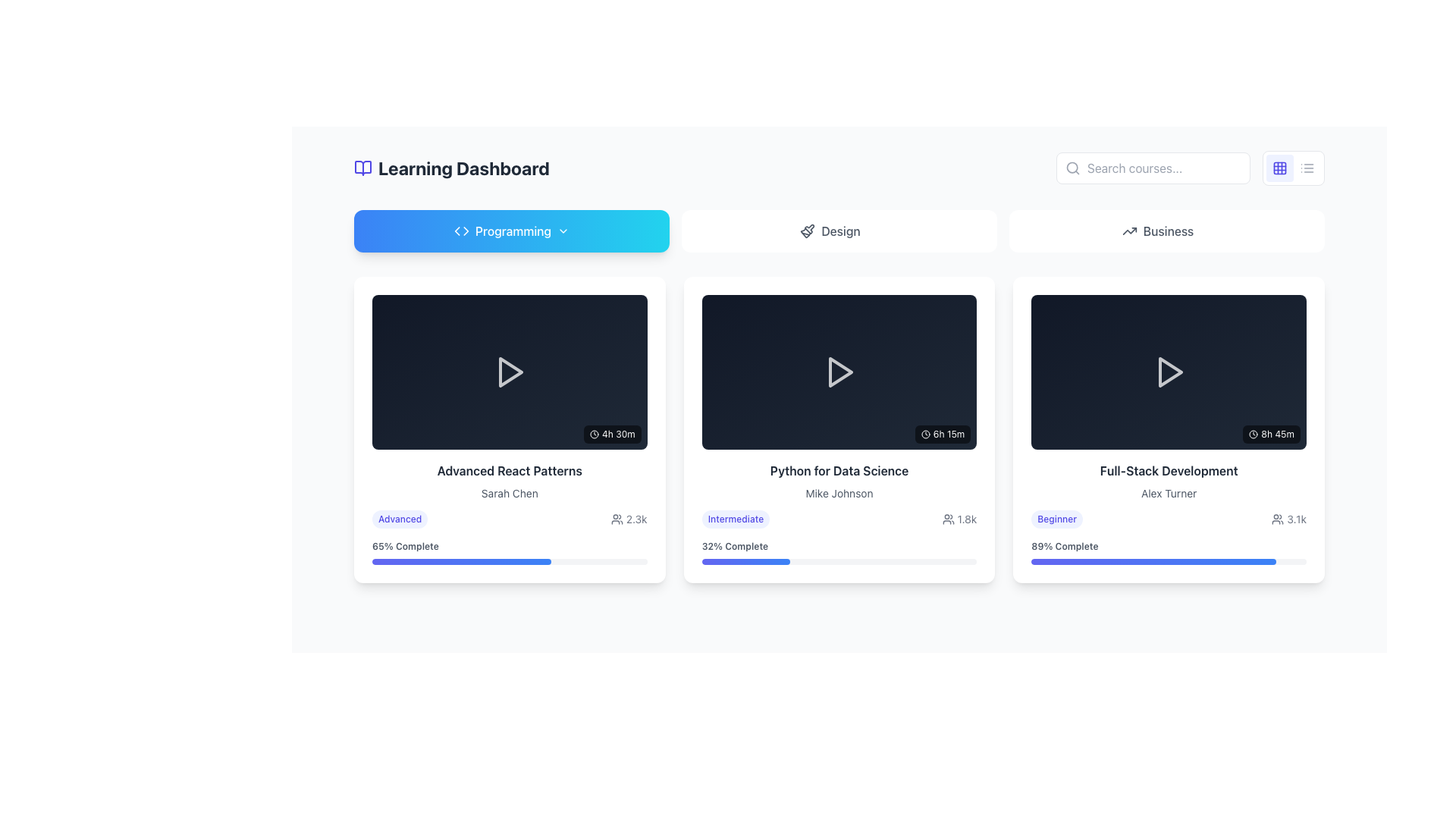  What do you see at coordinates (807, 231) in the screenshot?
I see `the leftmost 'Design' icon (SVG graphic) that visually indicates the 'Design' section, positioned between the 'Design' text label and white space` at bounding box center [807, 231].